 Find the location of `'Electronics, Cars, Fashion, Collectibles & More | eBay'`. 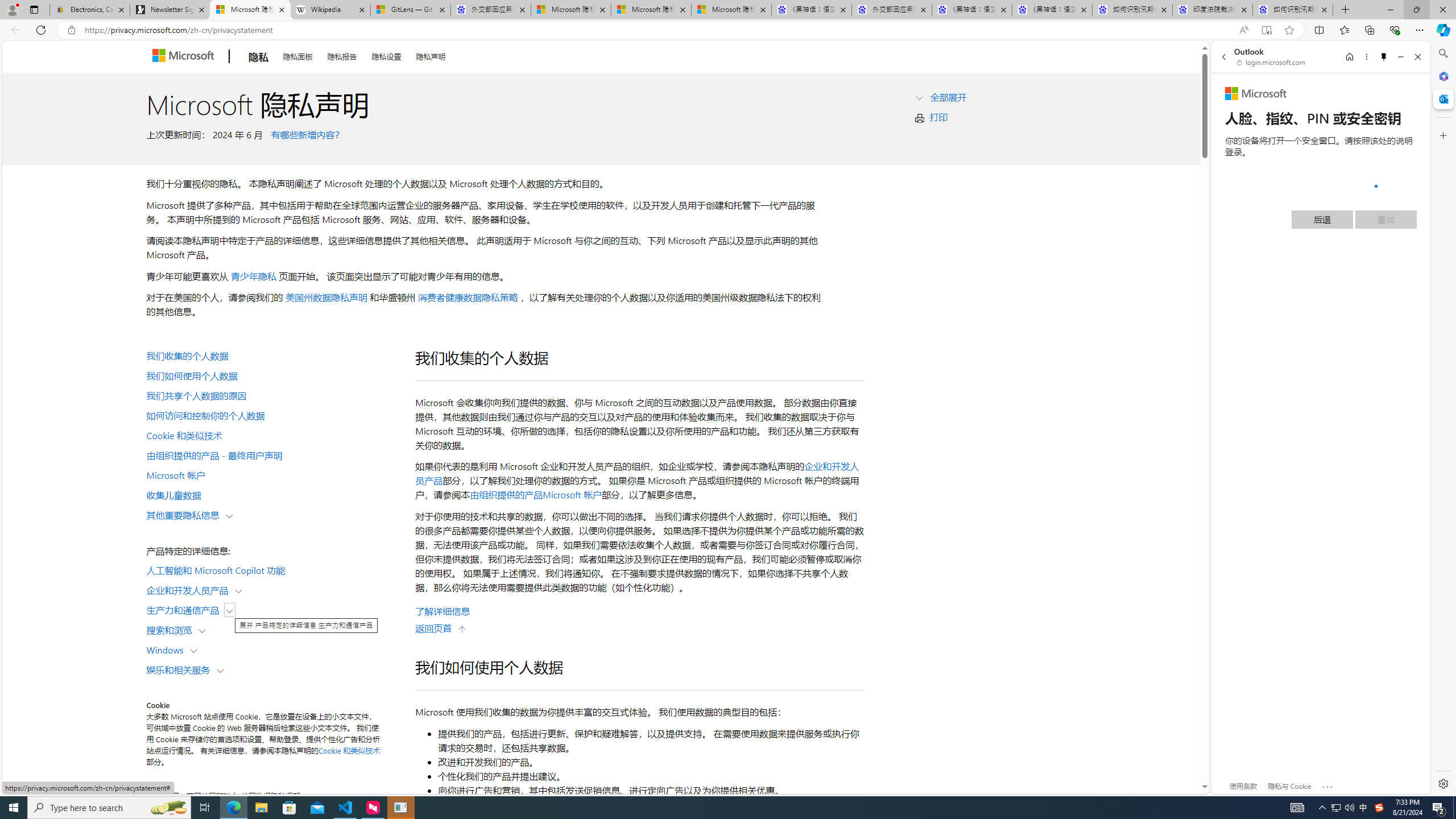

'Electronics, Cars, Fashion, Collectibles & More | eBay' is located at coordinates (90, 9).